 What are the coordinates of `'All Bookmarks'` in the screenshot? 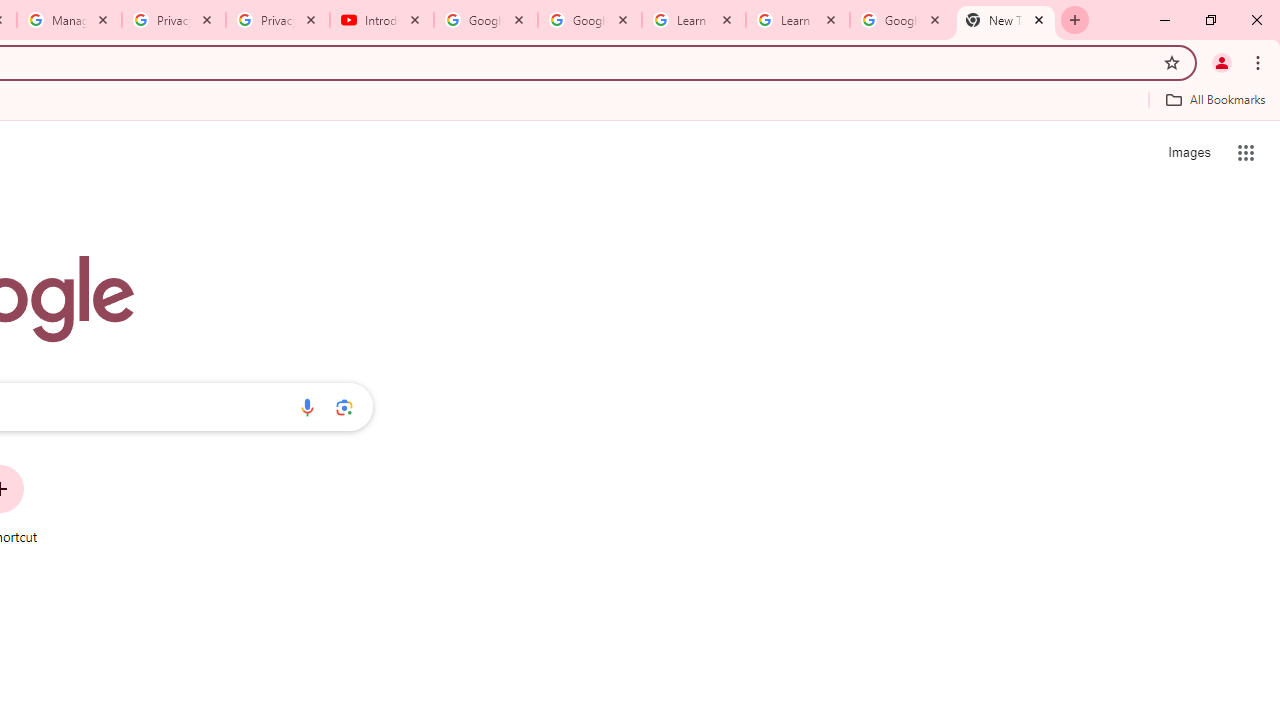 It's located at (1214, 99).